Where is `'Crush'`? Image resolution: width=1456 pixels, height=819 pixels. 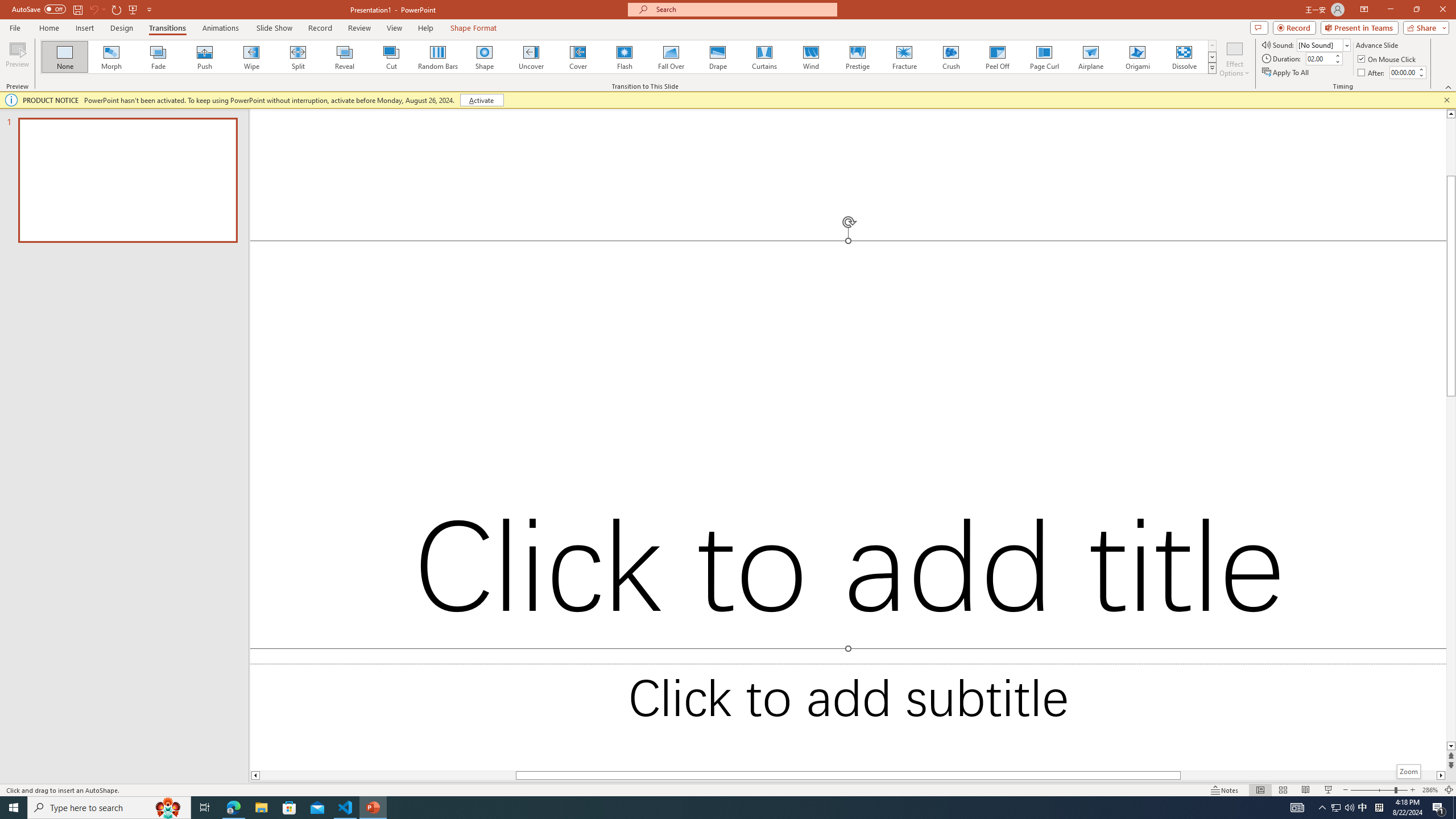 'Crush' is located at coordinates (950, 56).